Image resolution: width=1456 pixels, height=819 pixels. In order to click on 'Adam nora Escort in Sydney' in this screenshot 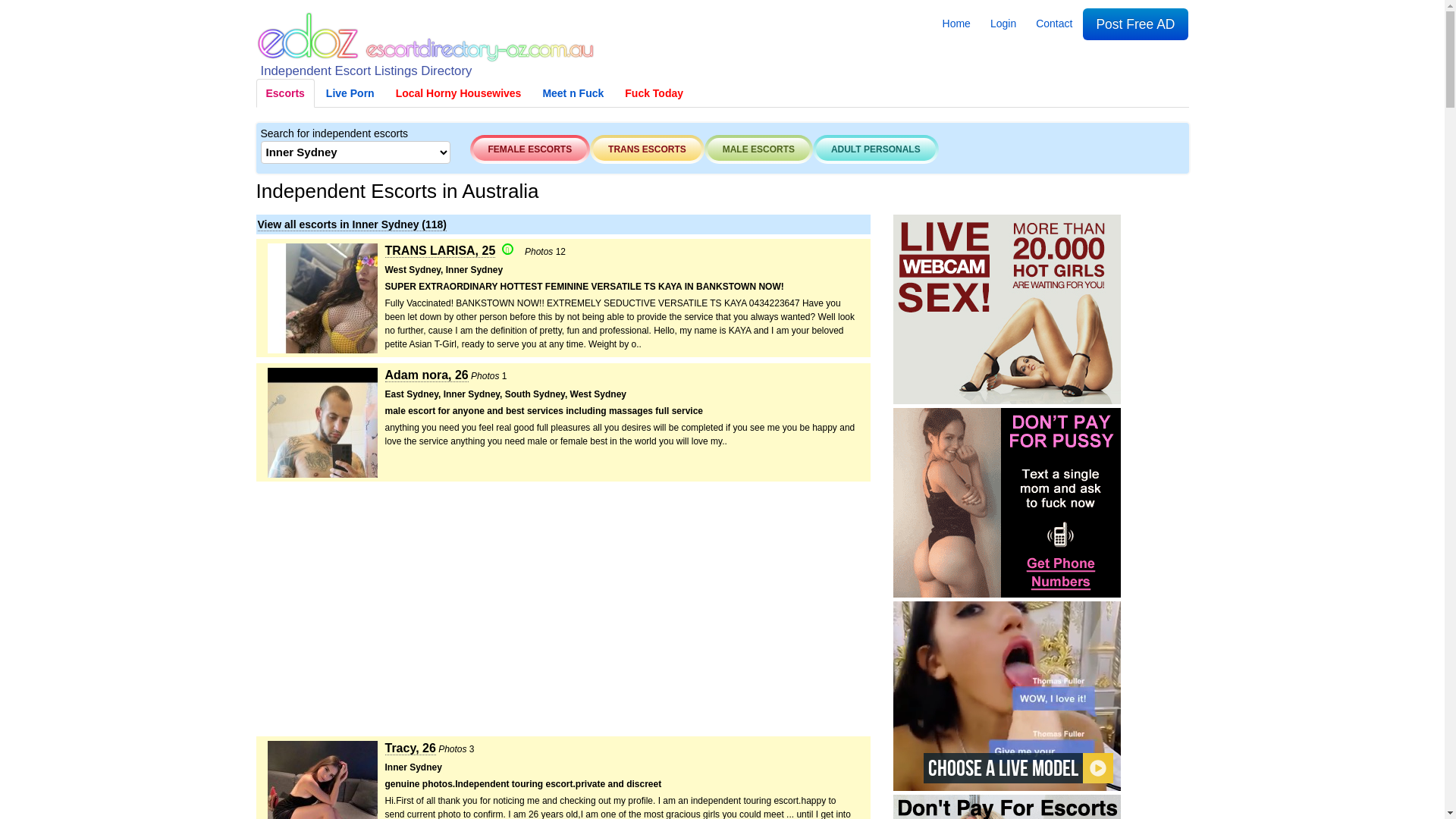, I will do `click(266, 424)`.